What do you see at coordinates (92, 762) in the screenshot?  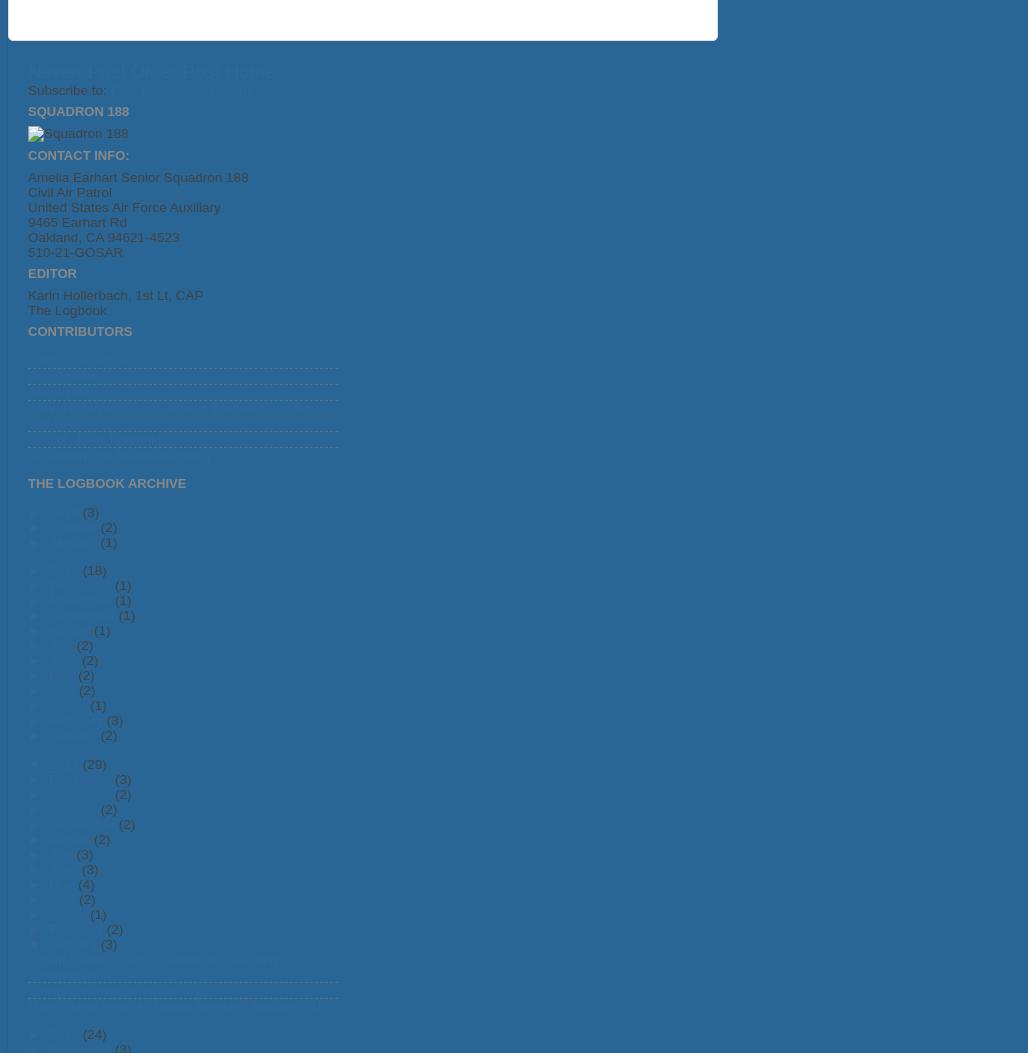 I see `'(29)'` at bounding box center [92, 762].